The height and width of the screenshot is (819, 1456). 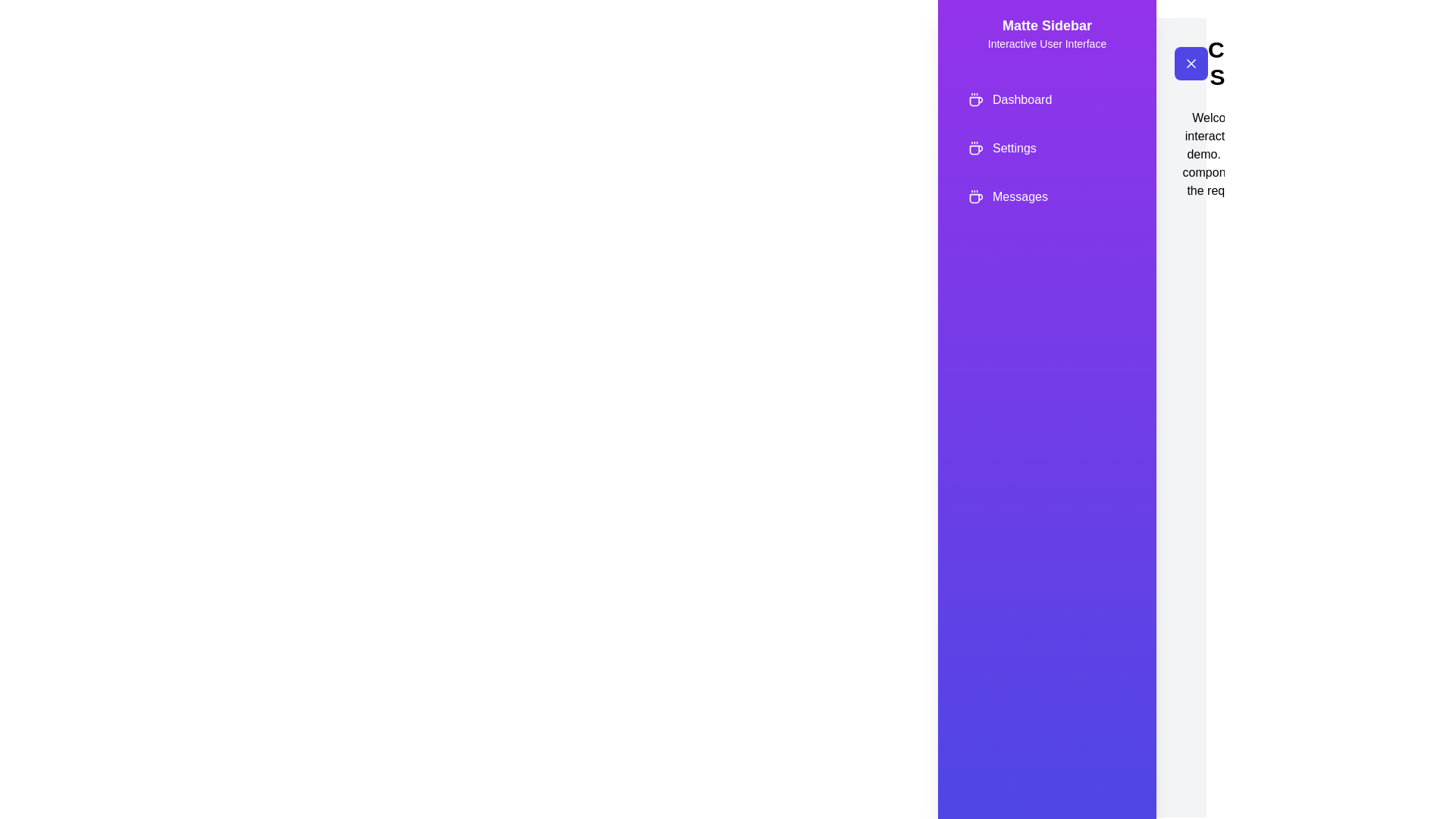 What do you see at coordinates (1014, 149) in the screenshot?
I see `the 'Settings' text label styled in white against a purple background, located in the vertical navigation menu next to a cup icon` at bounding box center [1014, 149].